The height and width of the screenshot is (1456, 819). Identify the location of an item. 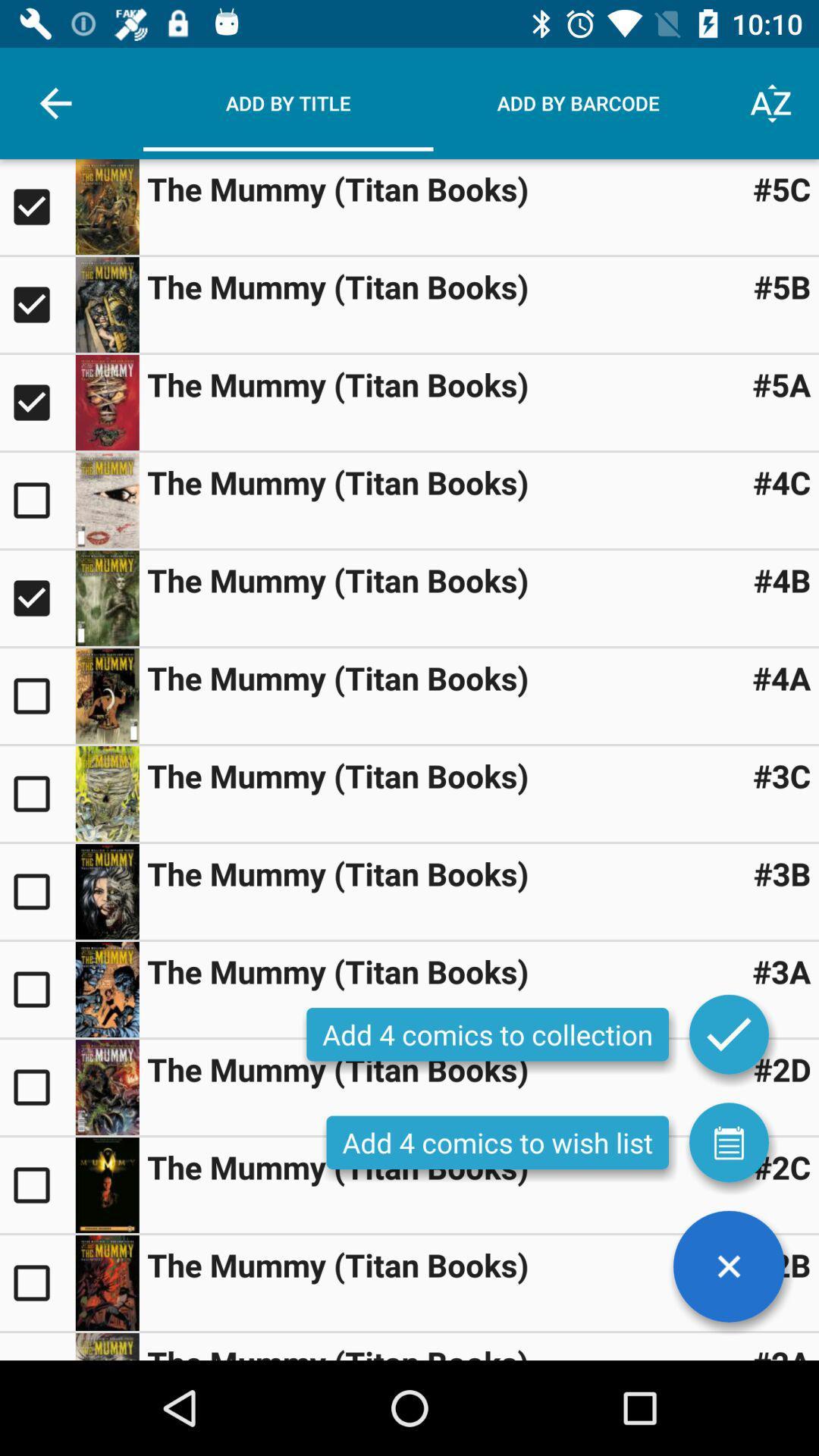
(36, 990).